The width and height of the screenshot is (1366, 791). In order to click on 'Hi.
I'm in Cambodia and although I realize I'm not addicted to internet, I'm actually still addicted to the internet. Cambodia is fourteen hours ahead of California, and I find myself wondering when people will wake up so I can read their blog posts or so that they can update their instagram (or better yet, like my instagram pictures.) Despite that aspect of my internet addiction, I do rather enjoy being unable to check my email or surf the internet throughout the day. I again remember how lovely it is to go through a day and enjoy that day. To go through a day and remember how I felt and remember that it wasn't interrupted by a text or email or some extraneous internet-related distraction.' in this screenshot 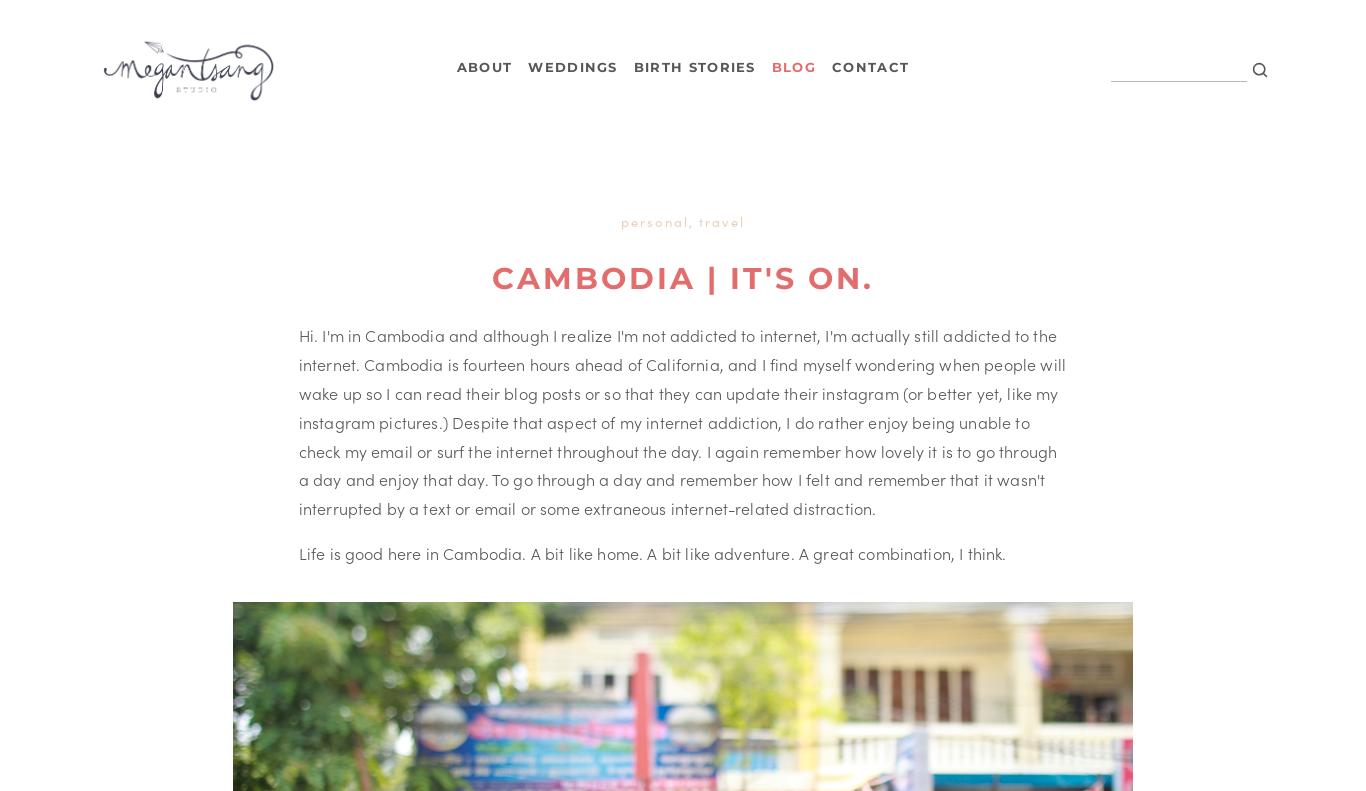, I will do `click(681, 421)`.